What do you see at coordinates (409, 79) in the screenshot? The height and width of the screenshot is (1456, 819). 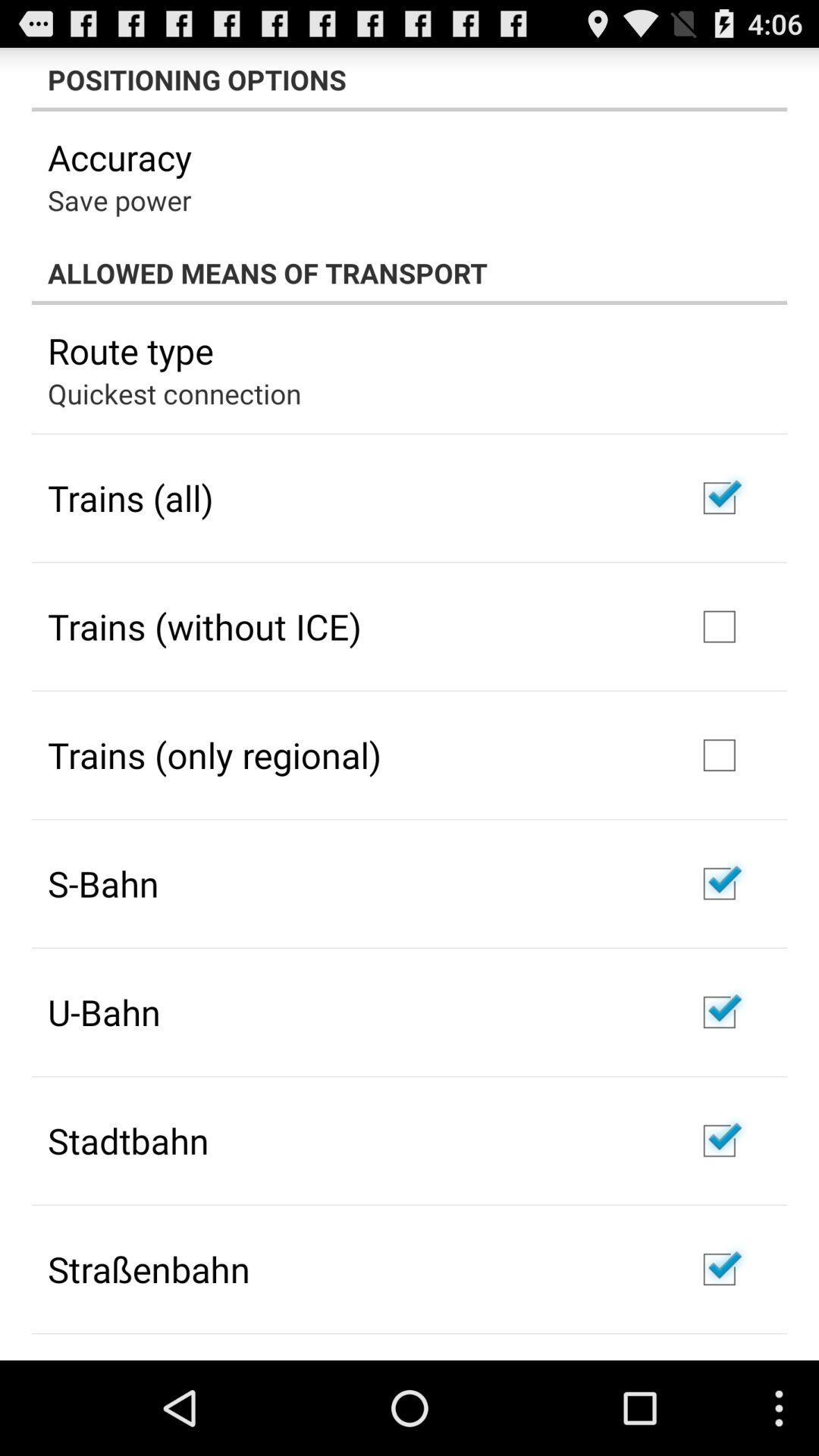 I see `positioning options icon` at bounding box center [409, 79].